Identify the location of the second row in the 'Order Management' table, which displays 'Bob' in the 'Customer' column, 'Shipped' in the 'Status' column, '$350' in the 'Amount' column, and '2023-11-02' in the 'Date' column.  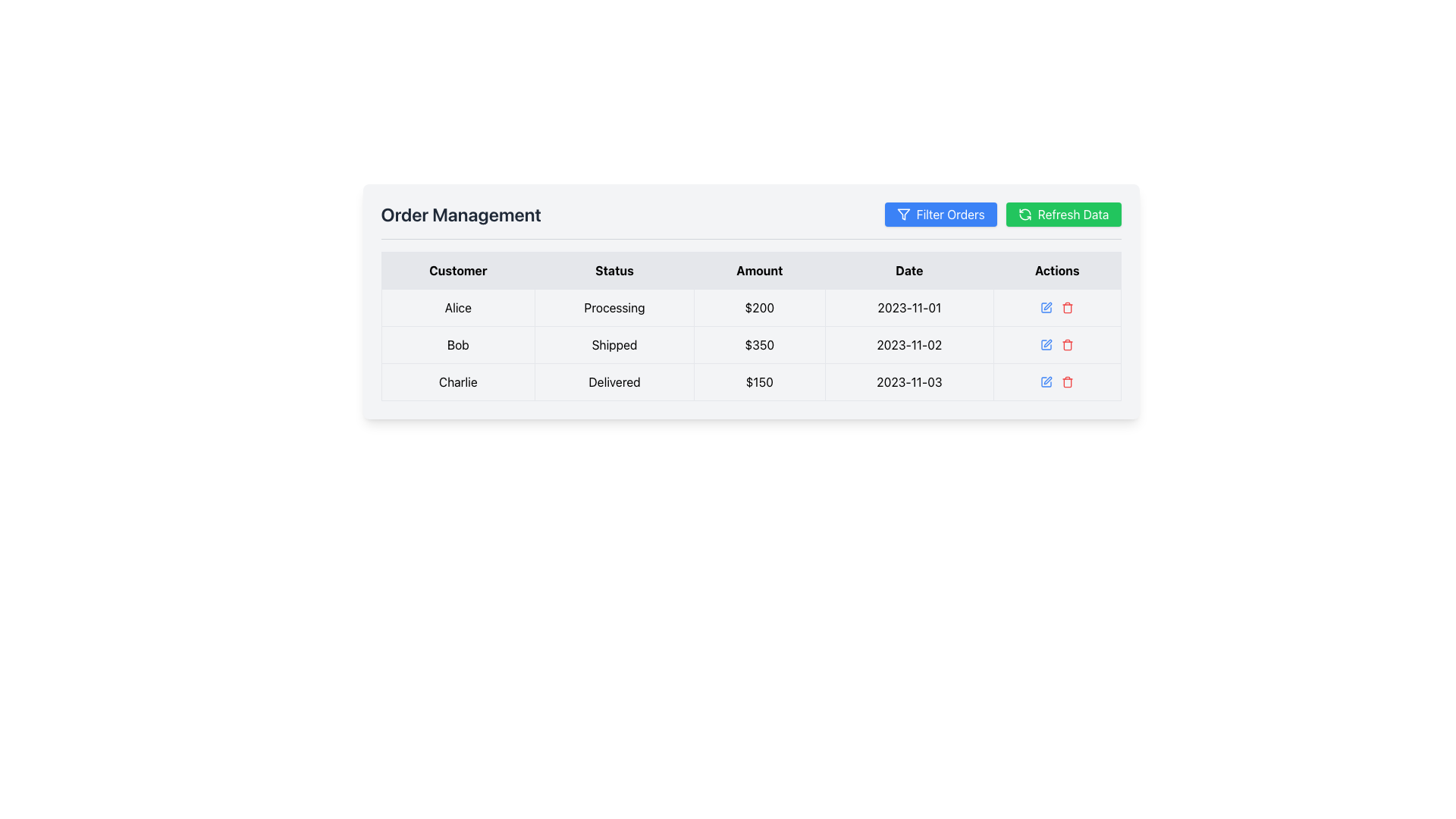
(751, 345).